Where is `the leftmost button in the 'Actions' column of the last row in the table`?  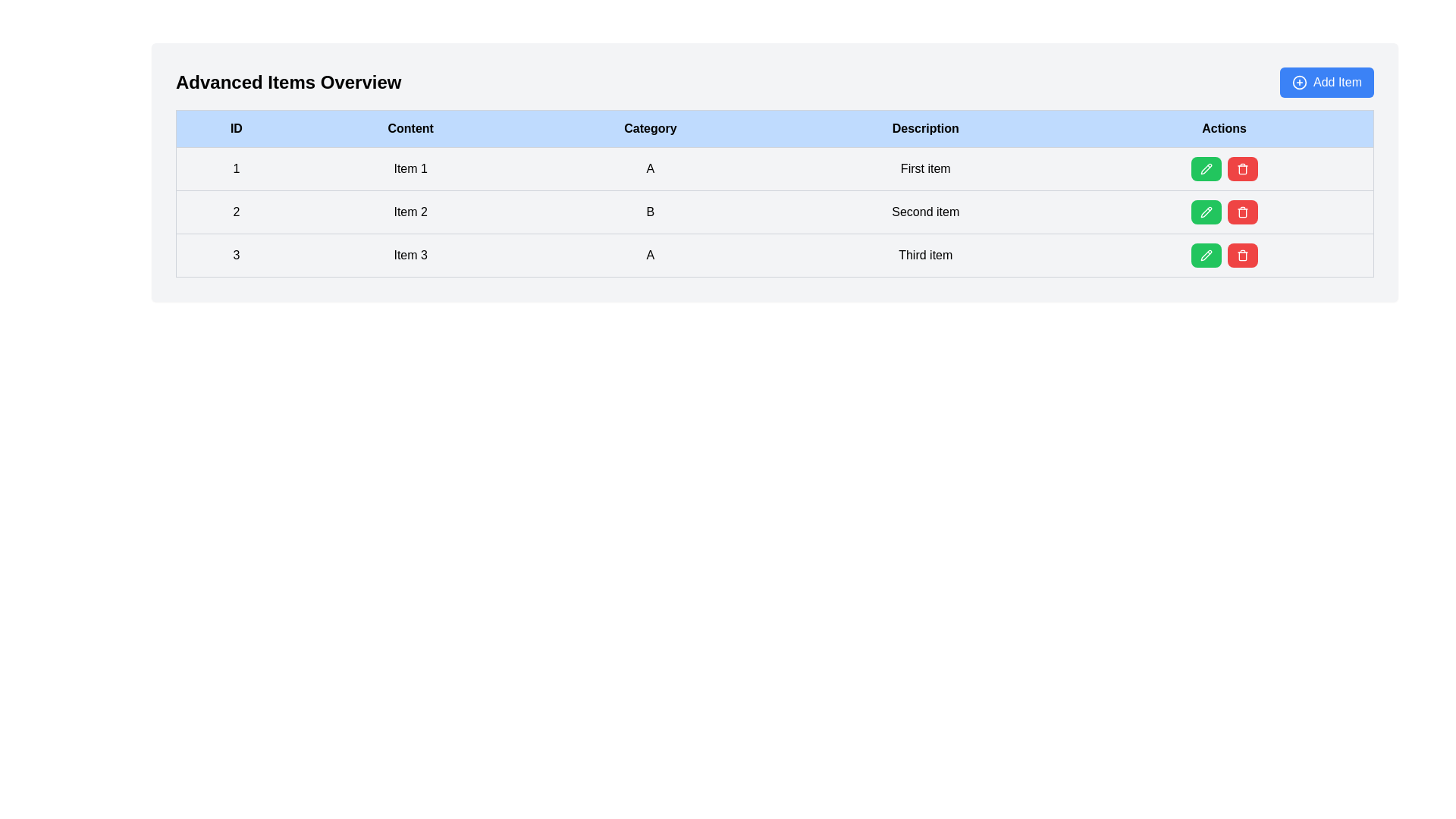
the leftmost button in the 'Actions' column of the last row in the table is located at coordinates (1205, 254).